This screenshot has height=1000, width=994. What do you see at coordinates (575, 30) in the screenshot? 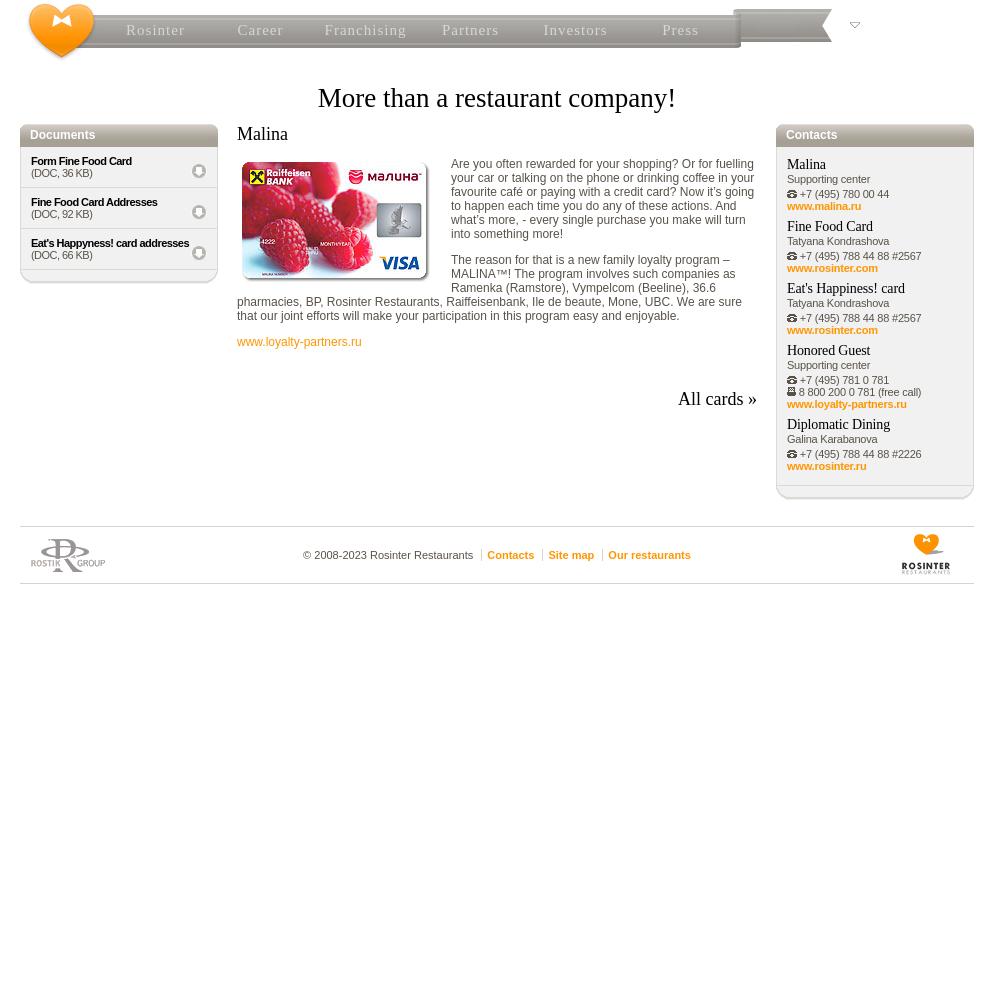
I see `'Investors'` at bounding box center [575, 30].